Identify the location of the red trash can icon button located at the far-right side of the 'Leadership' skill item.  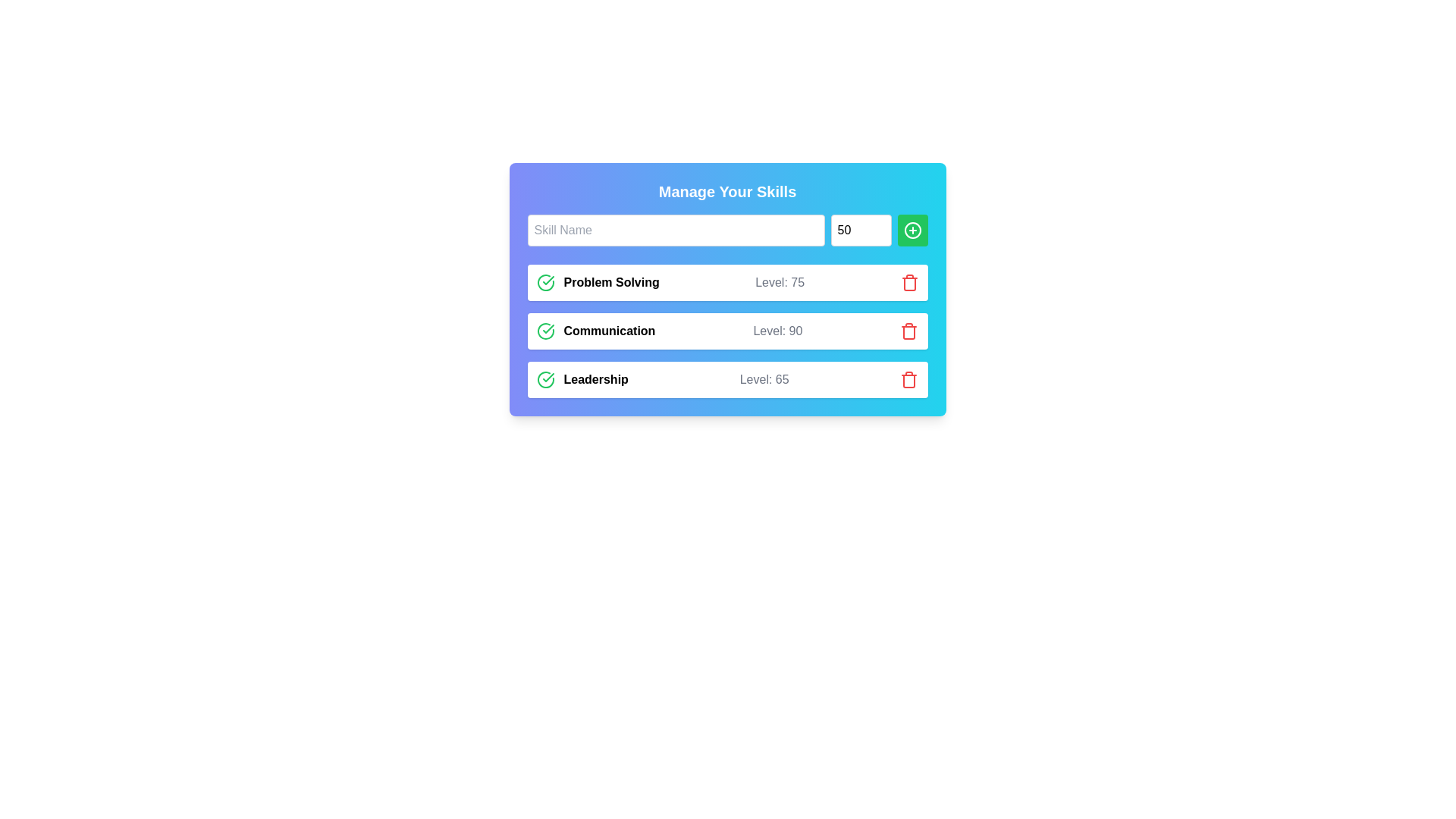
(909, 379).